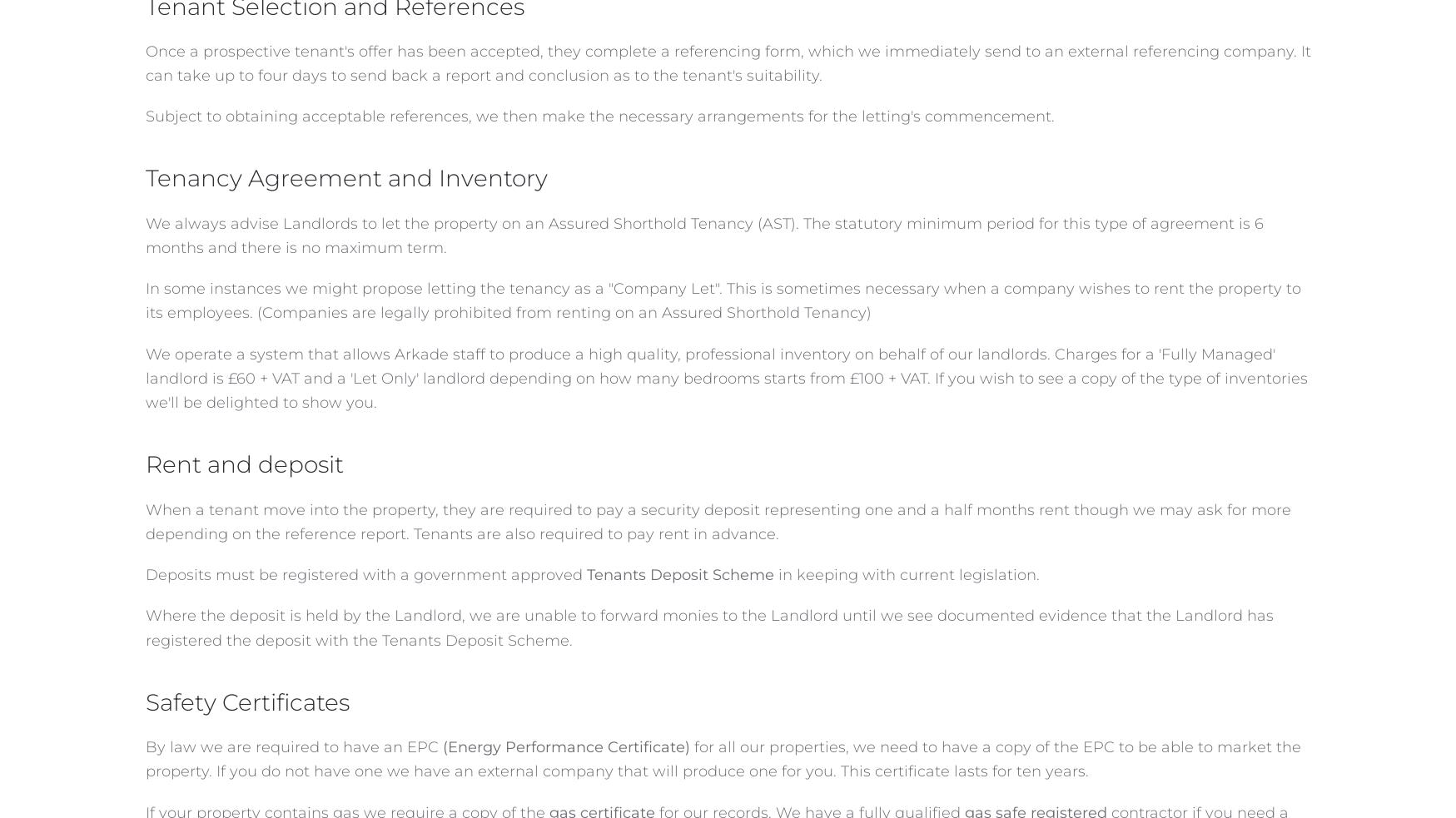 This screenshot has width=1456, height=818. What do you see at coordinates (144, 62) in the screenshot?
I see `'Once a prospective tenant's offer has been accepted, they complete a referencing form, which we immediately send to an external referencing company. It can take up to four days to send back a report and conclusion as to the tenant's suitability.'` at bounding box center [144, 62].